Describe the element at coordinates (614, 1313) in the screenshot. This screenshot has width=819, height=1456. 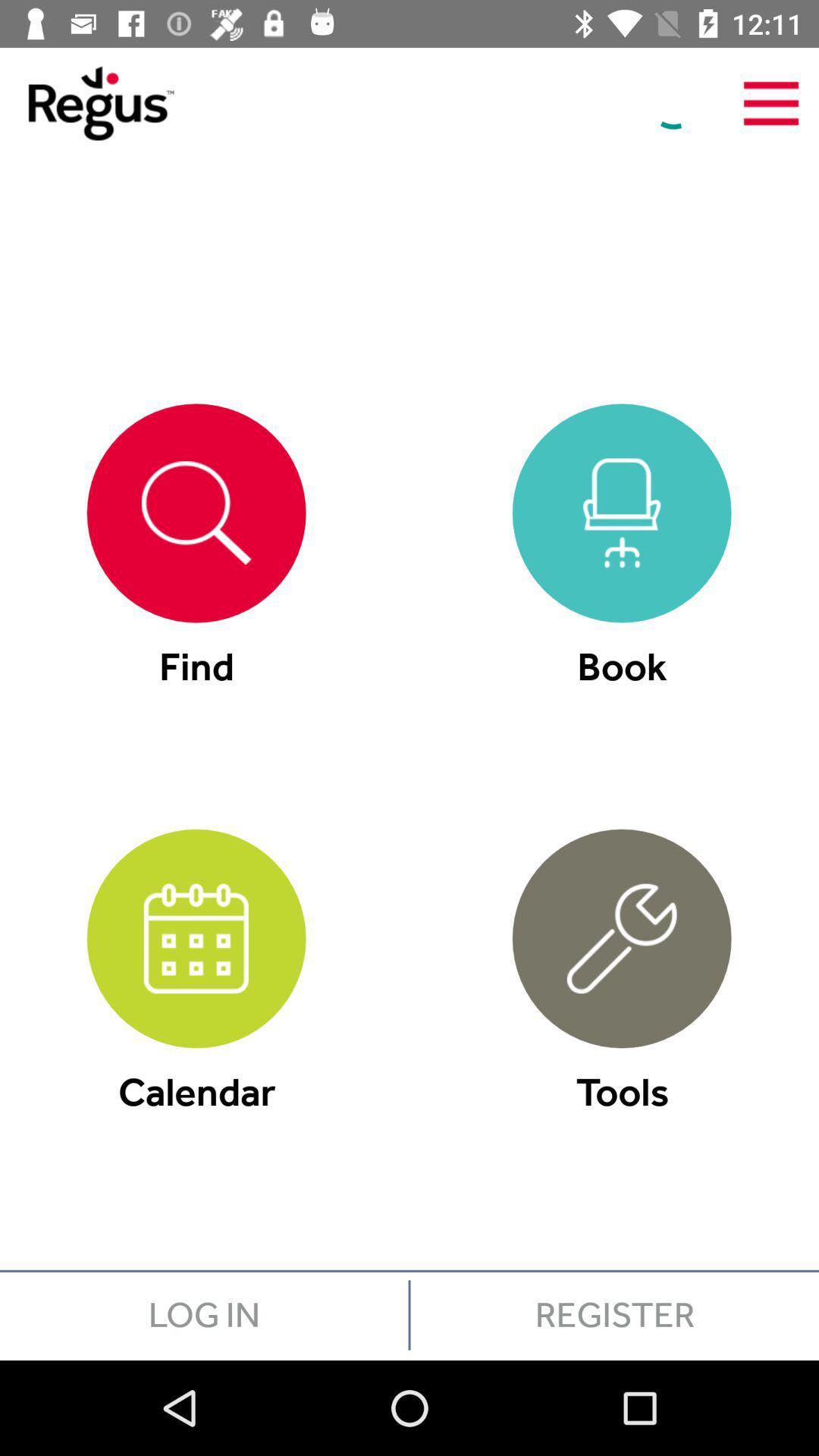
I see `icon below the tools icon` at that location.